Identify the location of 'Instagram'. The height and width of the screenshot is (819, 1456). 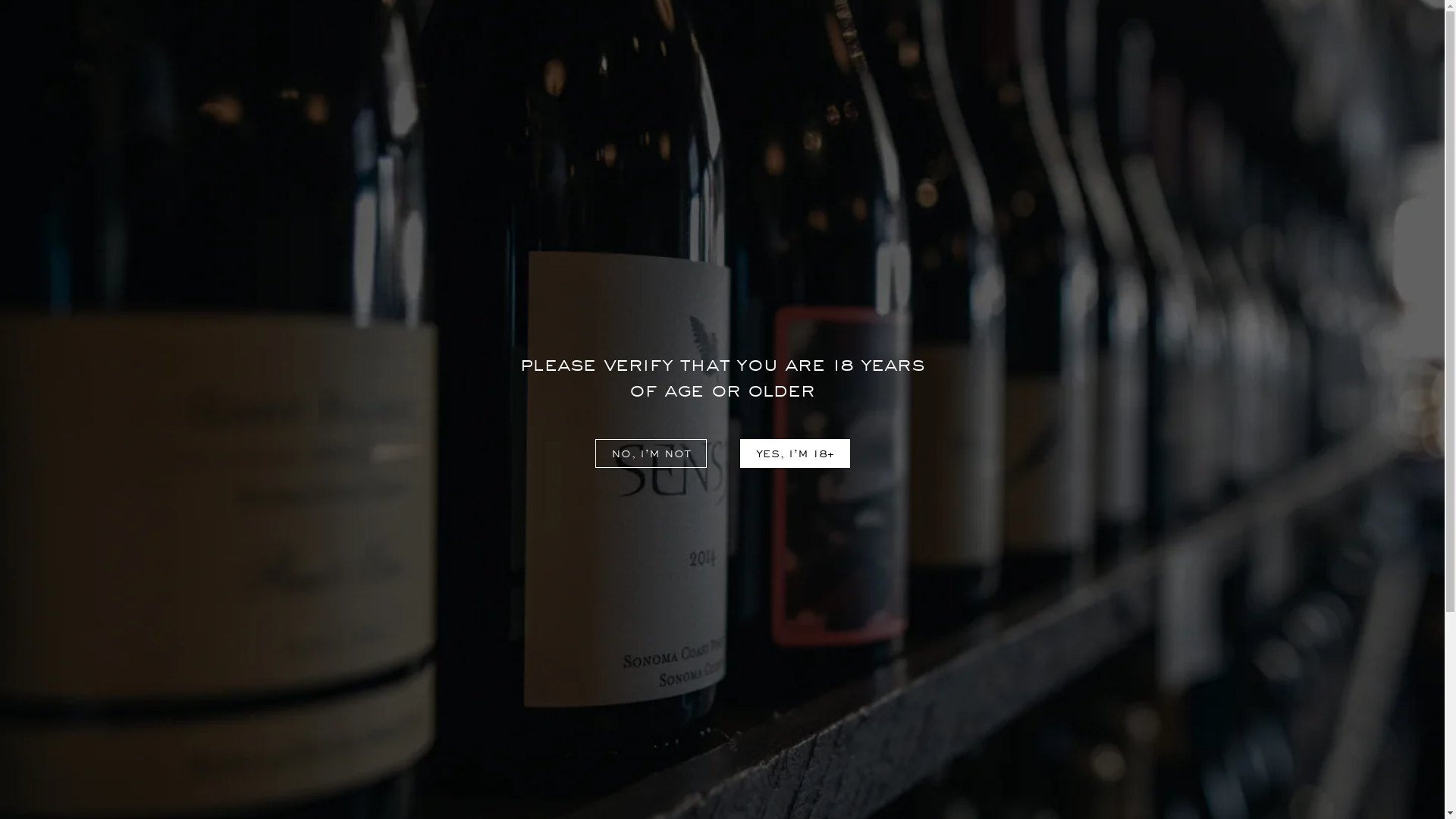
(1050, 688).